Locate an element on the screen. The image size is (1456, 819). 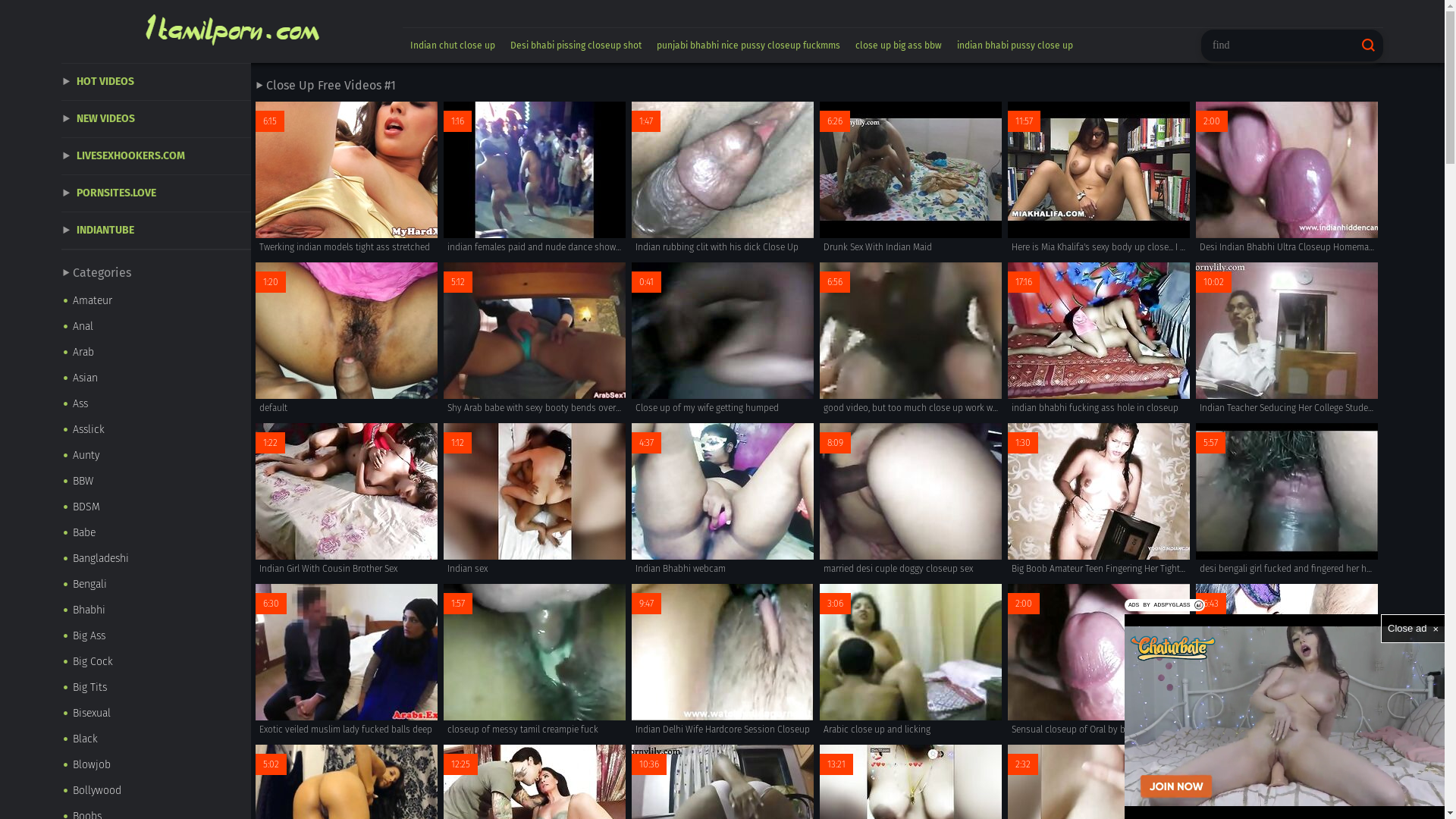
'0:41 is located at coordinates (722, 338).